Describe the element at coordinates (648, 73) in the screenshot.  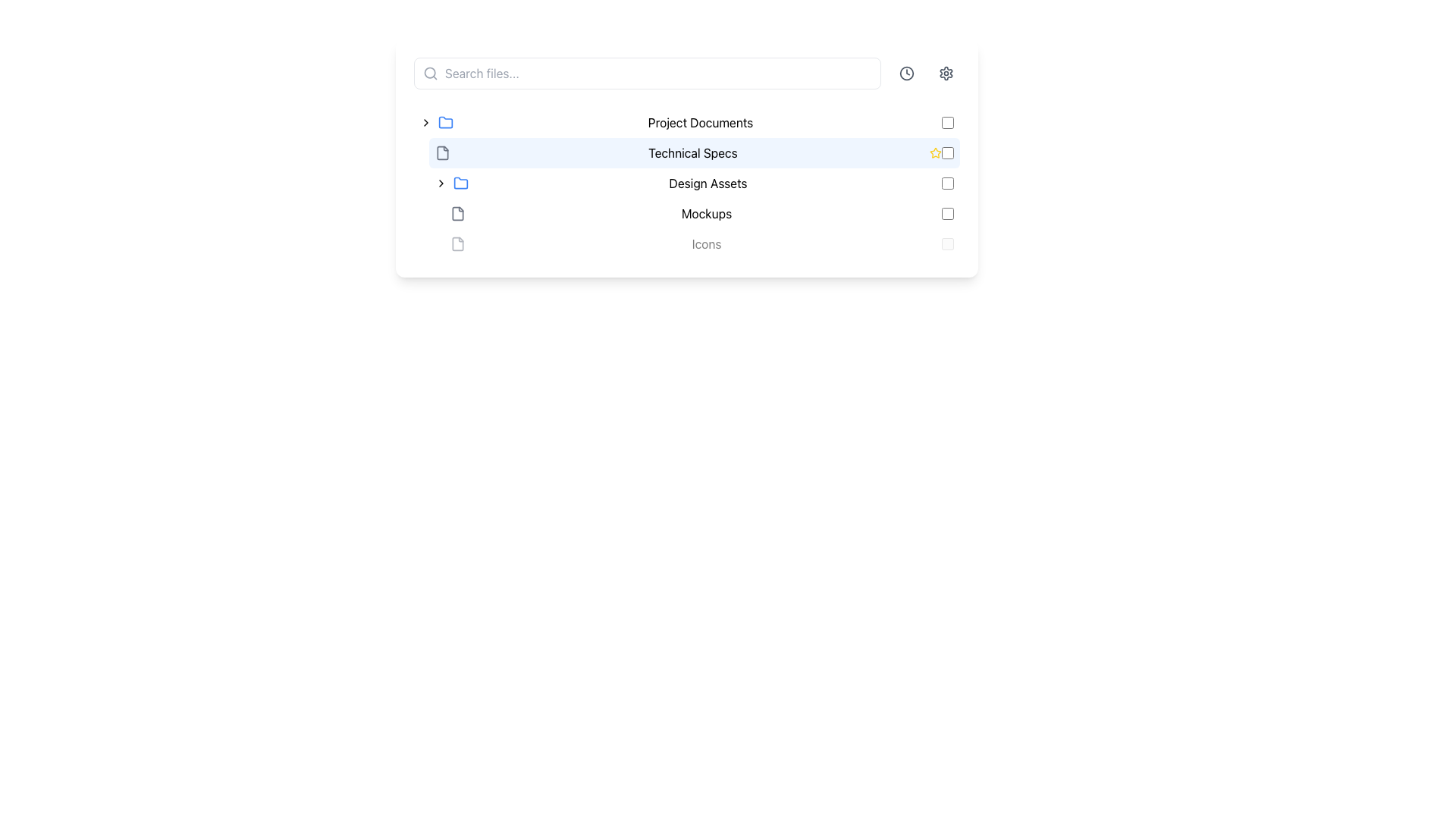
I see `to select text within the search input field located at the top of the interface, which is horizontally centered and adjacent` at that location.